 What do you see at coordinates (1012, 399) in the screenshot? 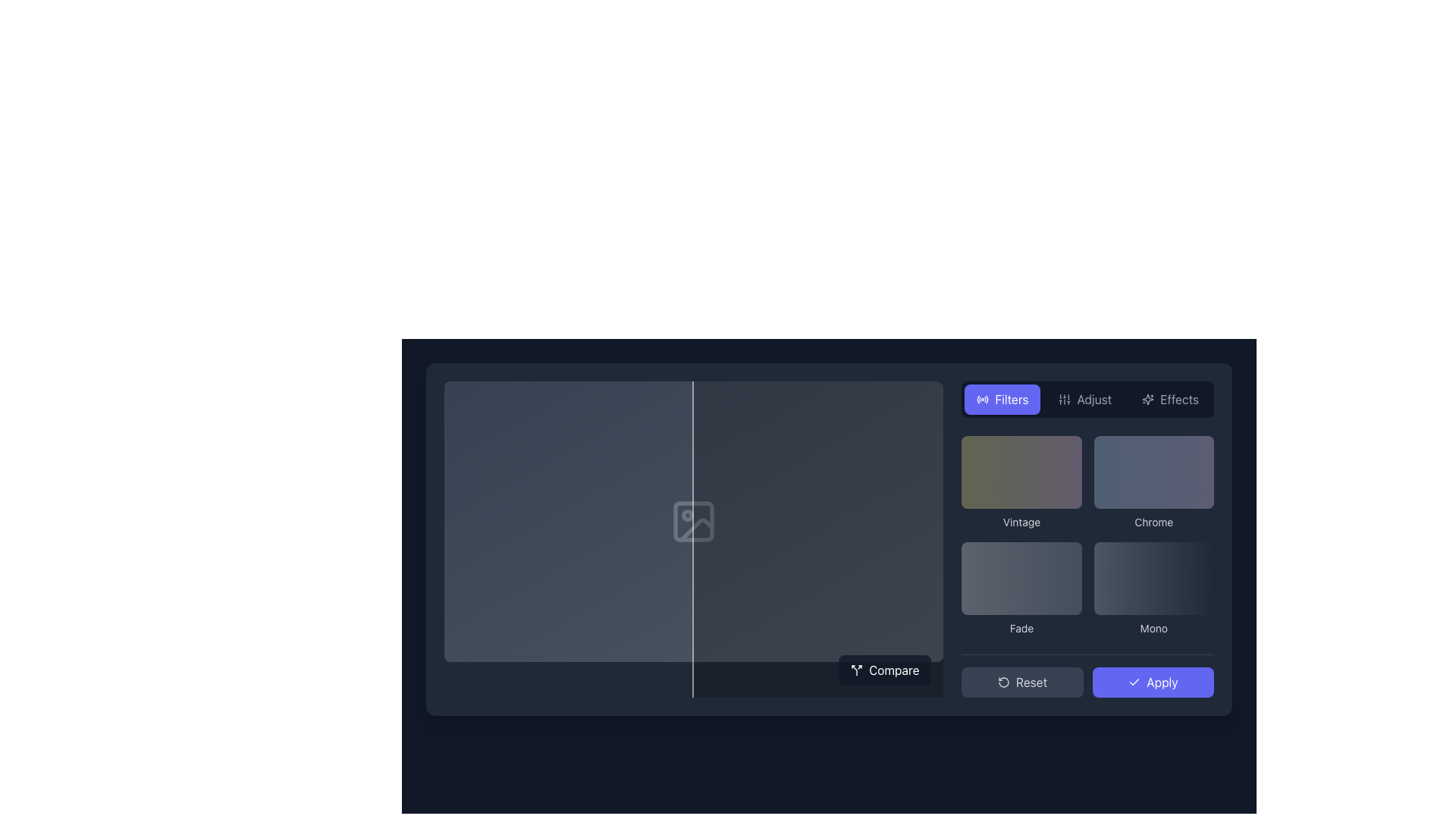
I see `the 'Filters' text label inside the blue rounded rectangular button located at the top right corner of the interface` at bounding box center [1012, 399].